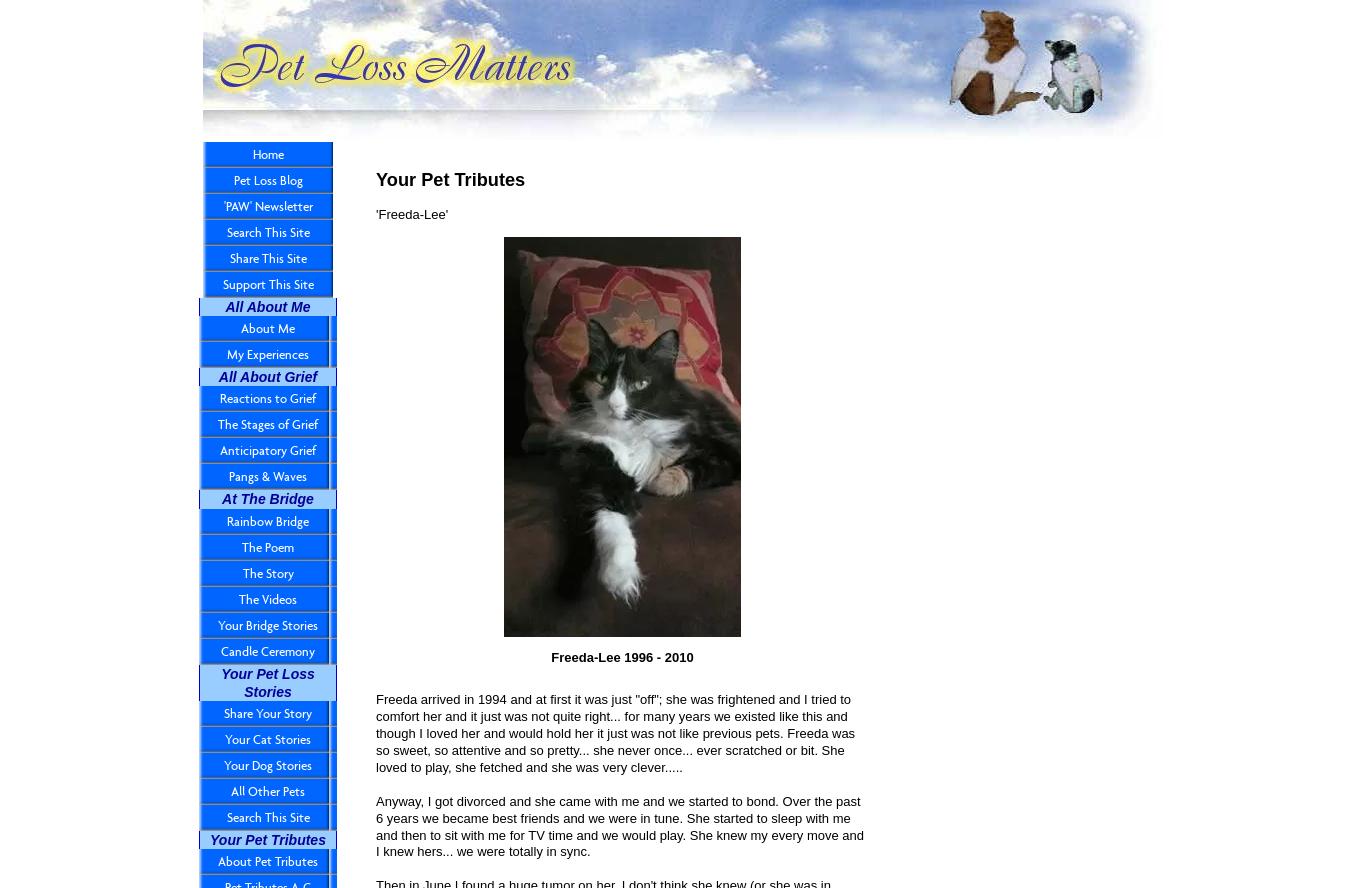 Image resolution: width=1366 pixels, height=888 pixels. Describe the element at coordinates (233, 179) in the screenshot. I see `'Pet Loss Blog'` at that location.